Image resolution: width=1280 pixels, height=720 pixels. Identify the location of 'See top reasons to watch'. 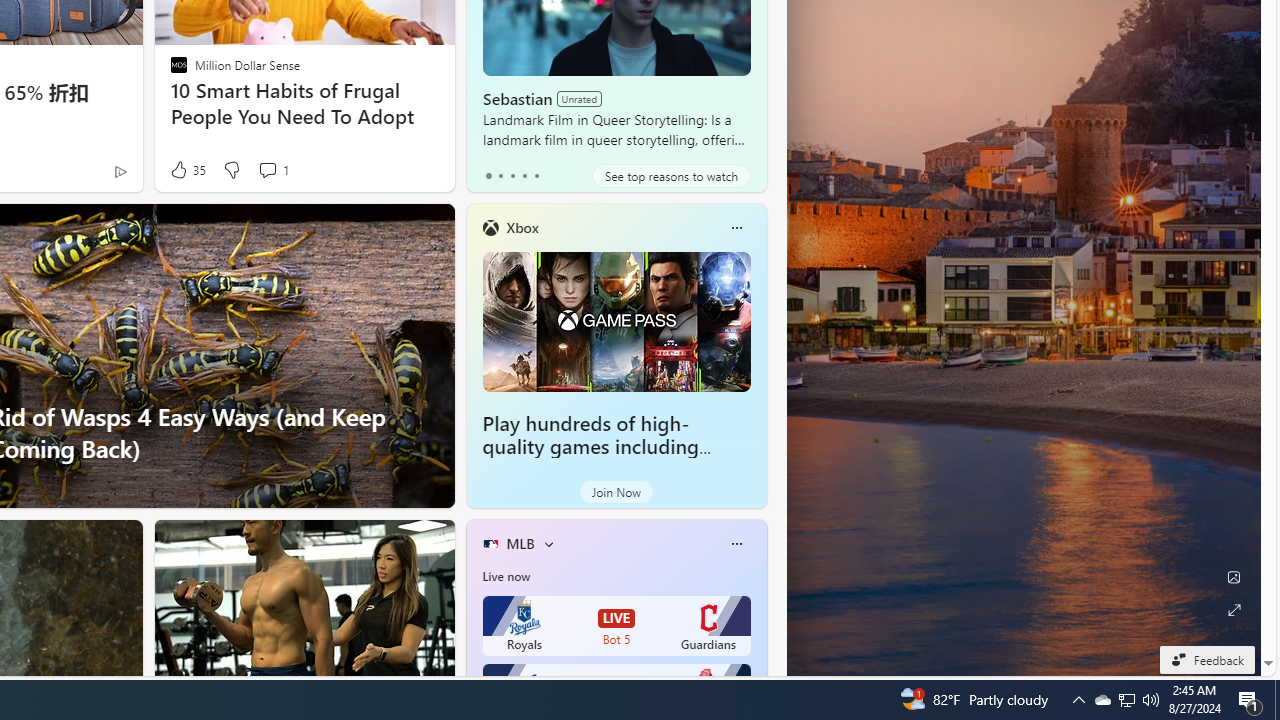
(671, 175).